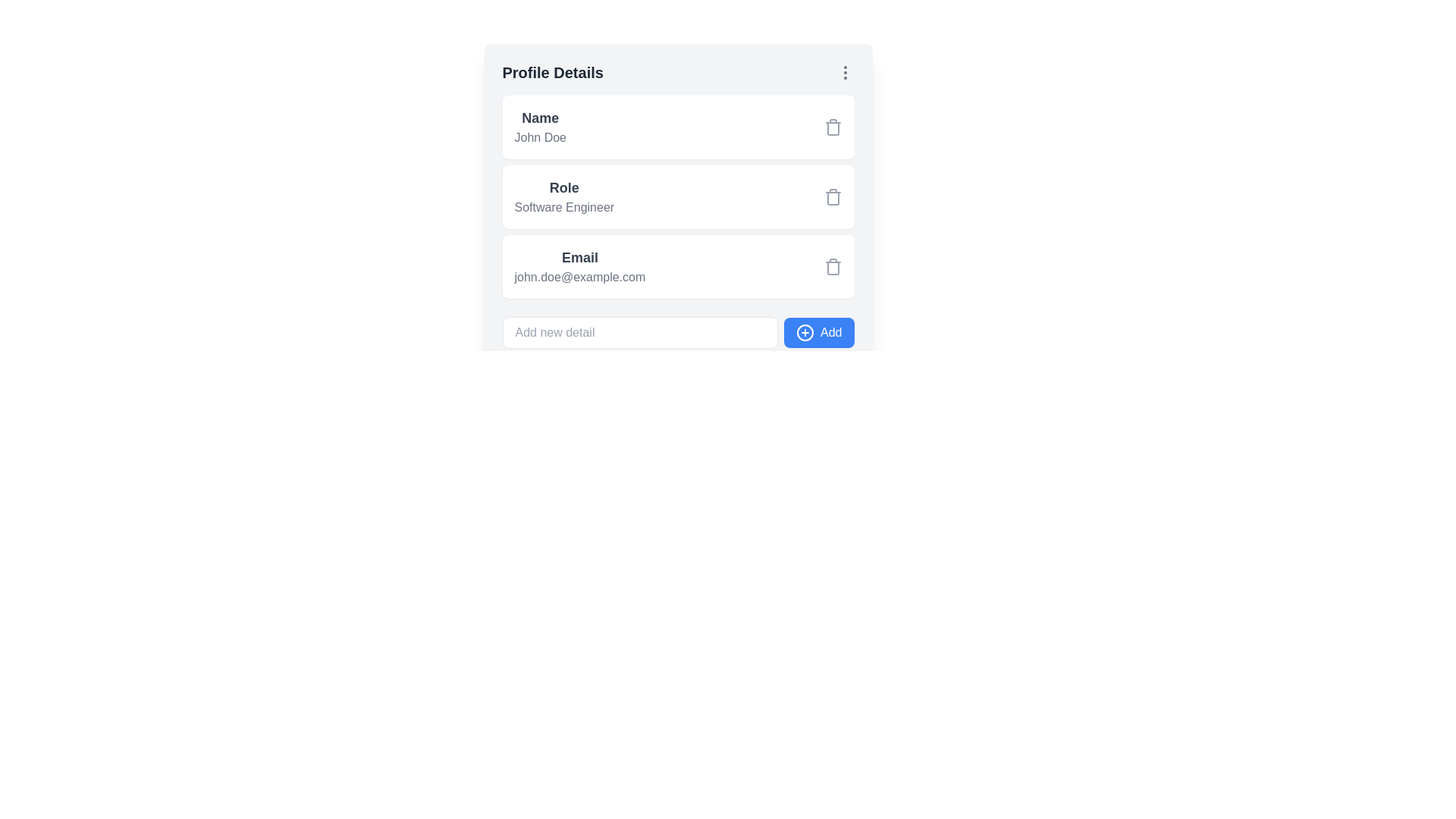 This screenshot has width=1456, height=819. I want to click on the static text label displaying 'John Doe' within the 'Profile Details' card, so click(540, 137).